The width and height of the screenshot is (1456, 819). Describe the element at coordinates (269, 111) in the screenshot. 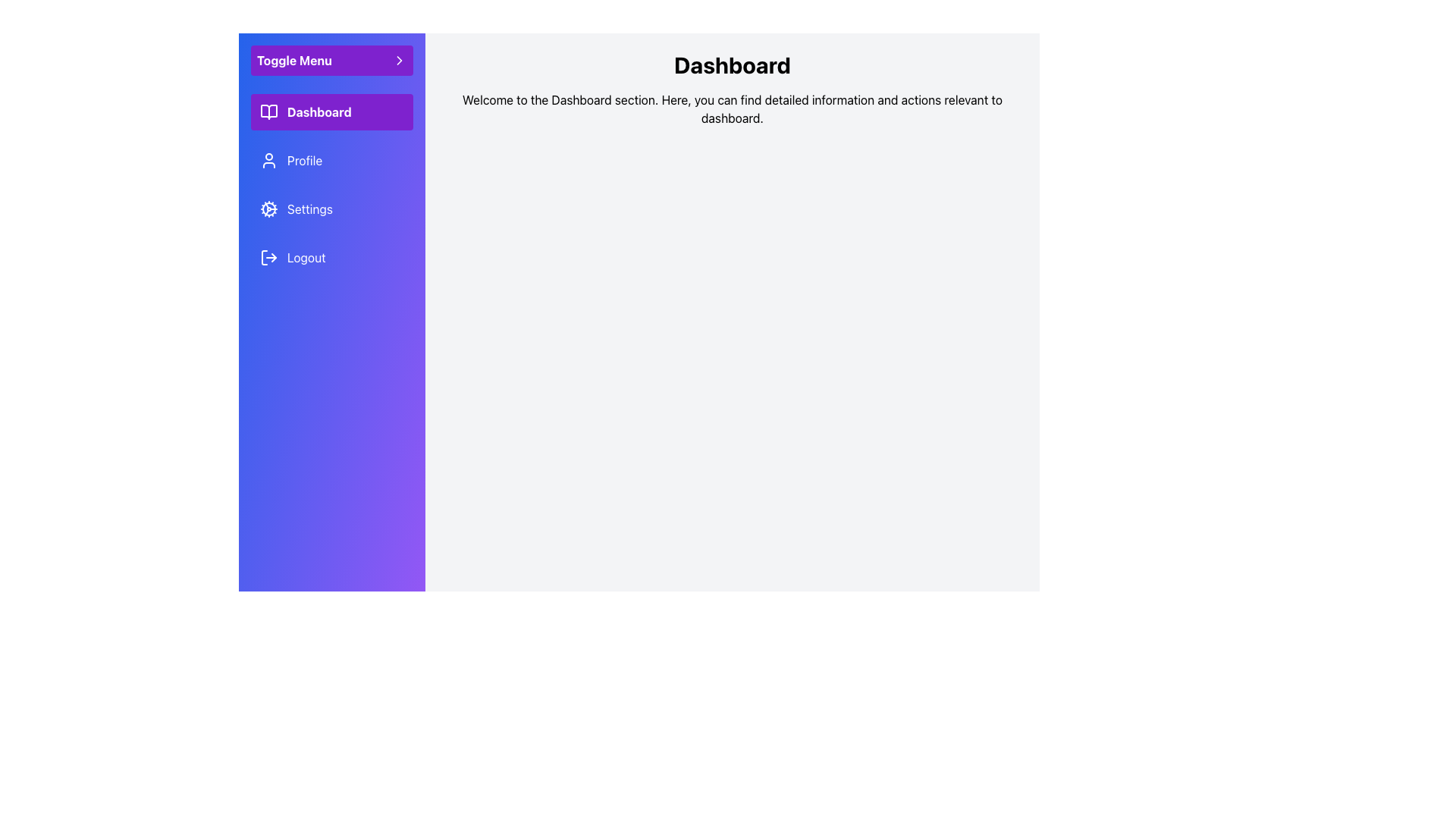

I see `the open book icon in the vertical navigation menu, which is styled with a white stroke on a purple background and is located next to the text 'Dashboard'` at that location.